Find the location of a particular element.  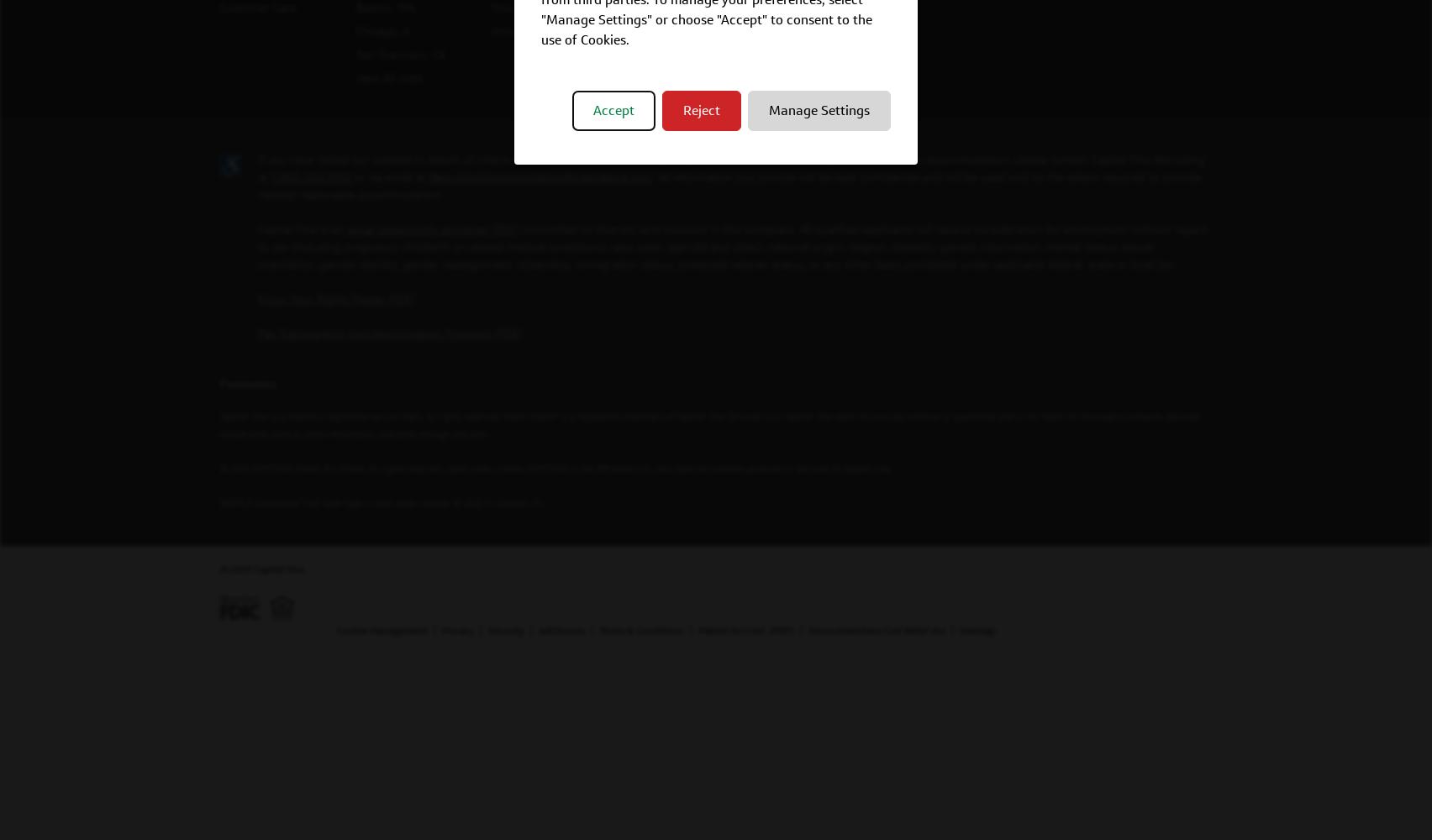

'San Francisco, CA' is located at coordinates (400, 53).